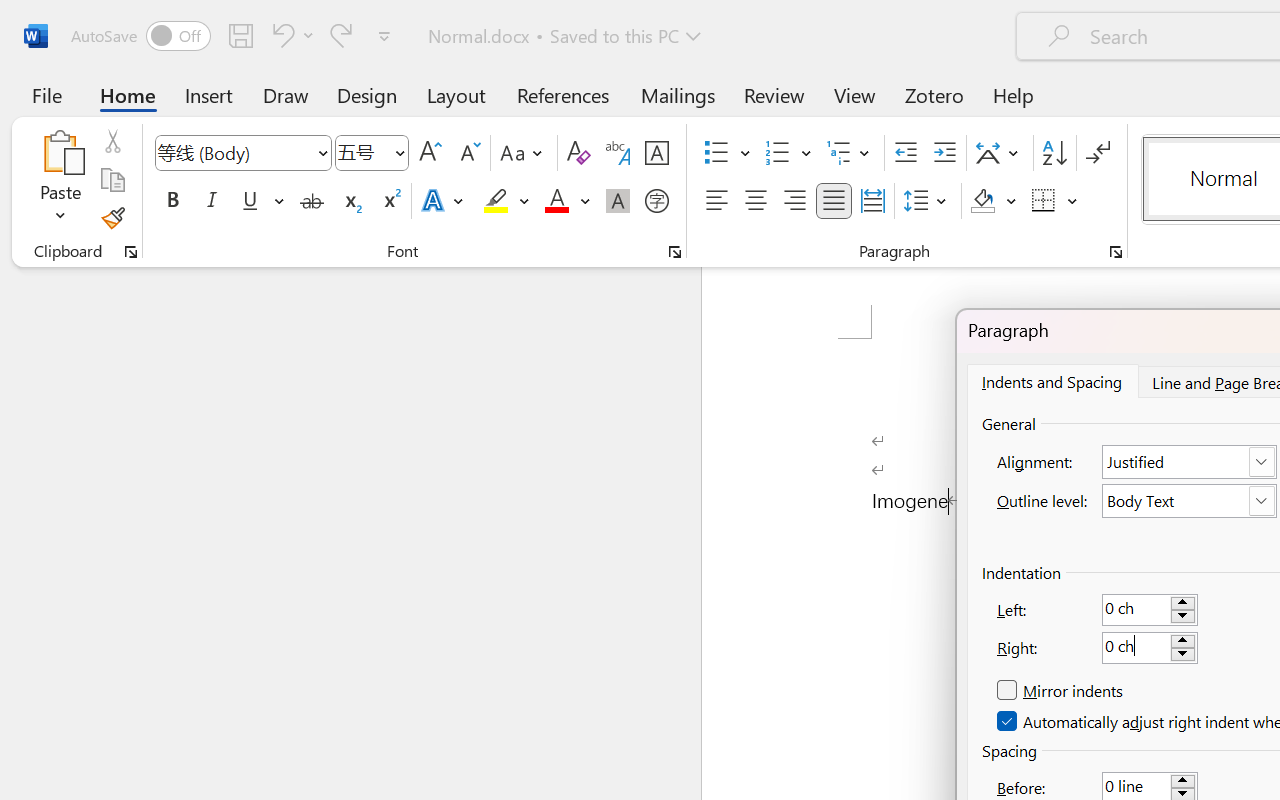  I want to click on 'Shading RGB(0, 0, 0)', so click(983, 201).